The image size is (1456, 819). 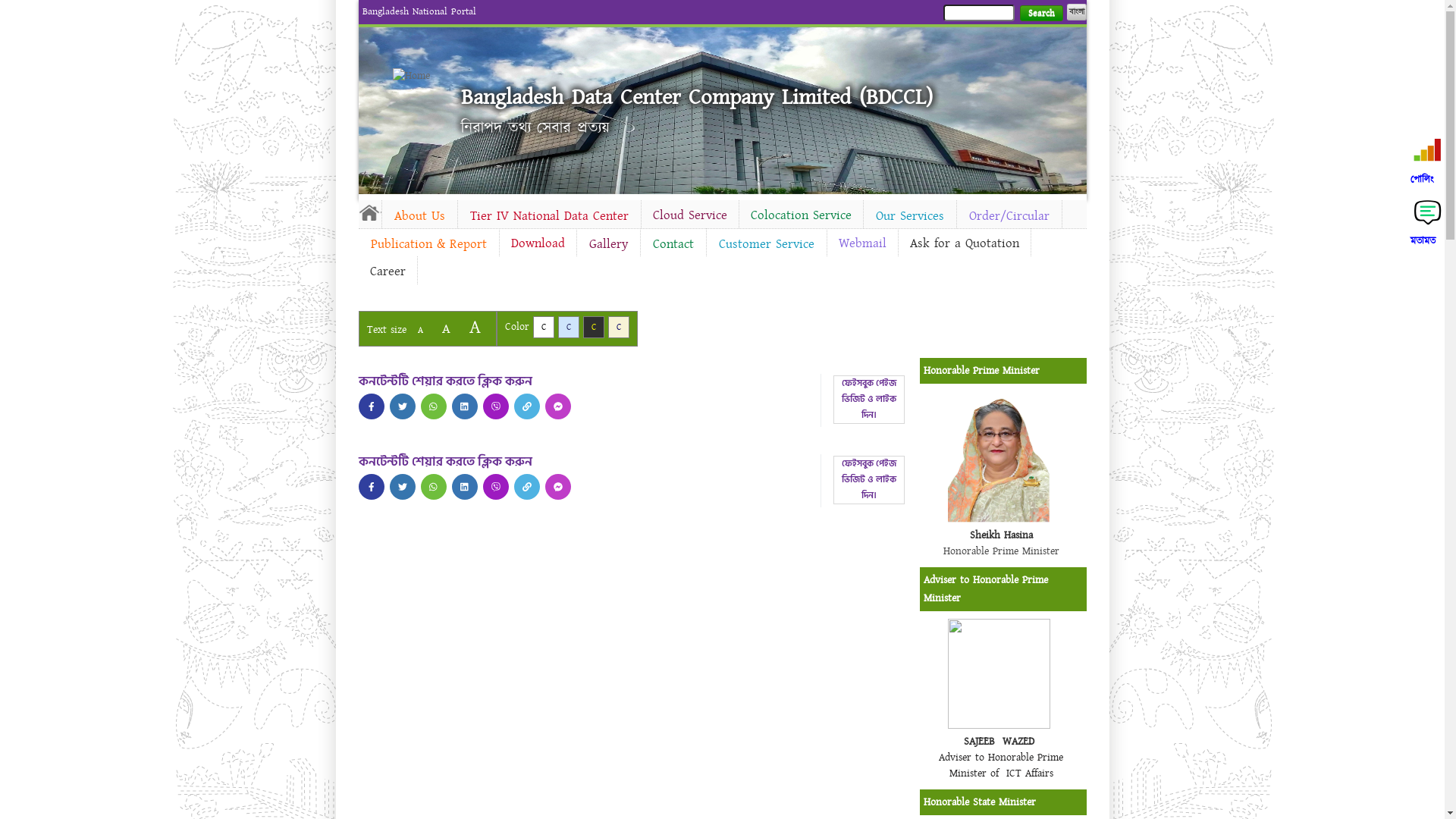 What do you see at coordinates (799, 215) in the screenshot?
I see `'Colocation Service'` at bounding box center [799, 215].